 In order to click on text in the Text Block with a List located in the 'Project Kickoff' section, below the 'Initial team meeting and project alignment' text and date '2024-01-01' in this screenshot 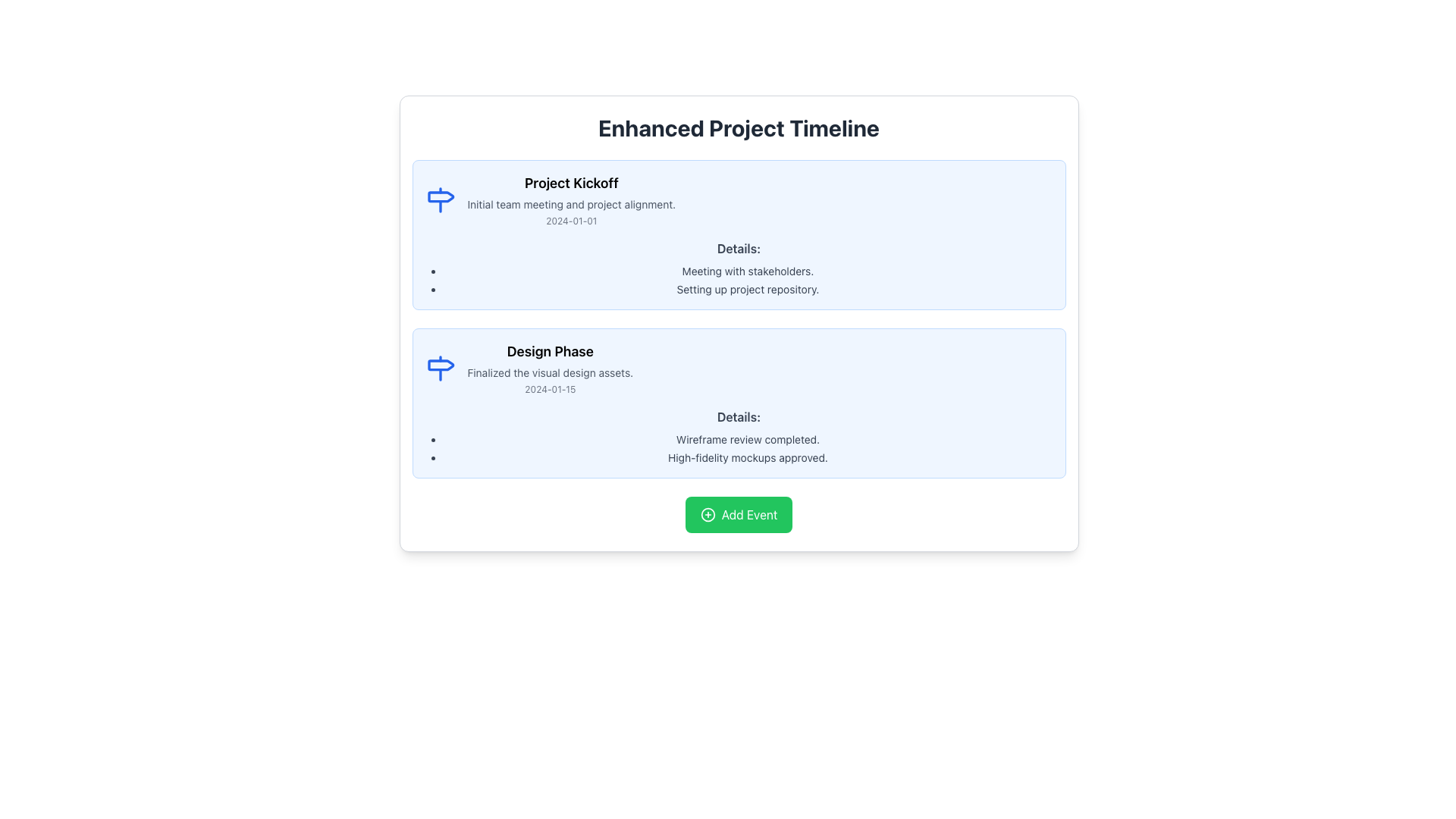, I will do `click(739, 268)`.